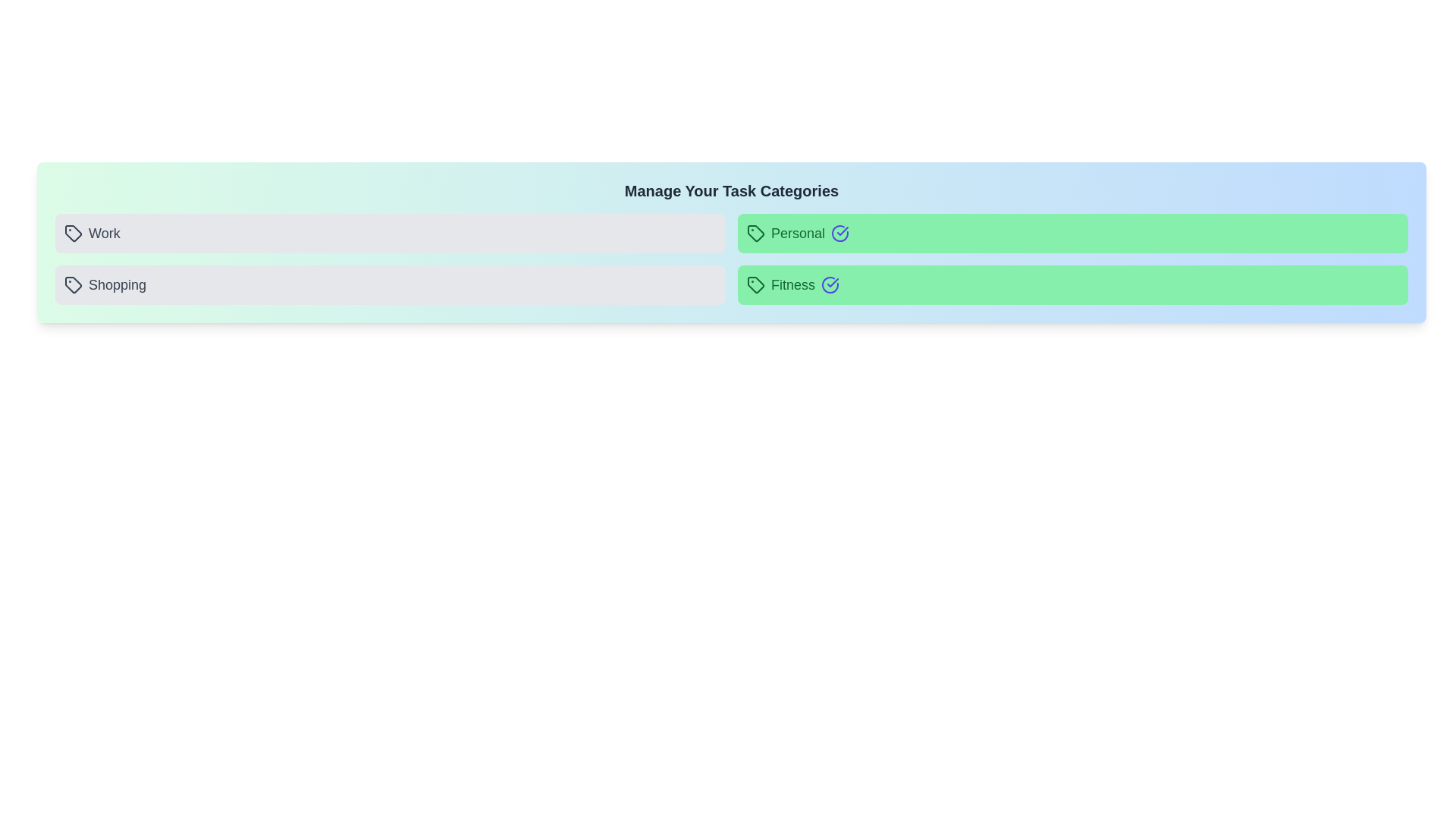 This screenshot has height=819, width=1456. Describe the element at coordinates (390, 284) in the screenshot. I see `the category Shopping by clicking on it` at that location.